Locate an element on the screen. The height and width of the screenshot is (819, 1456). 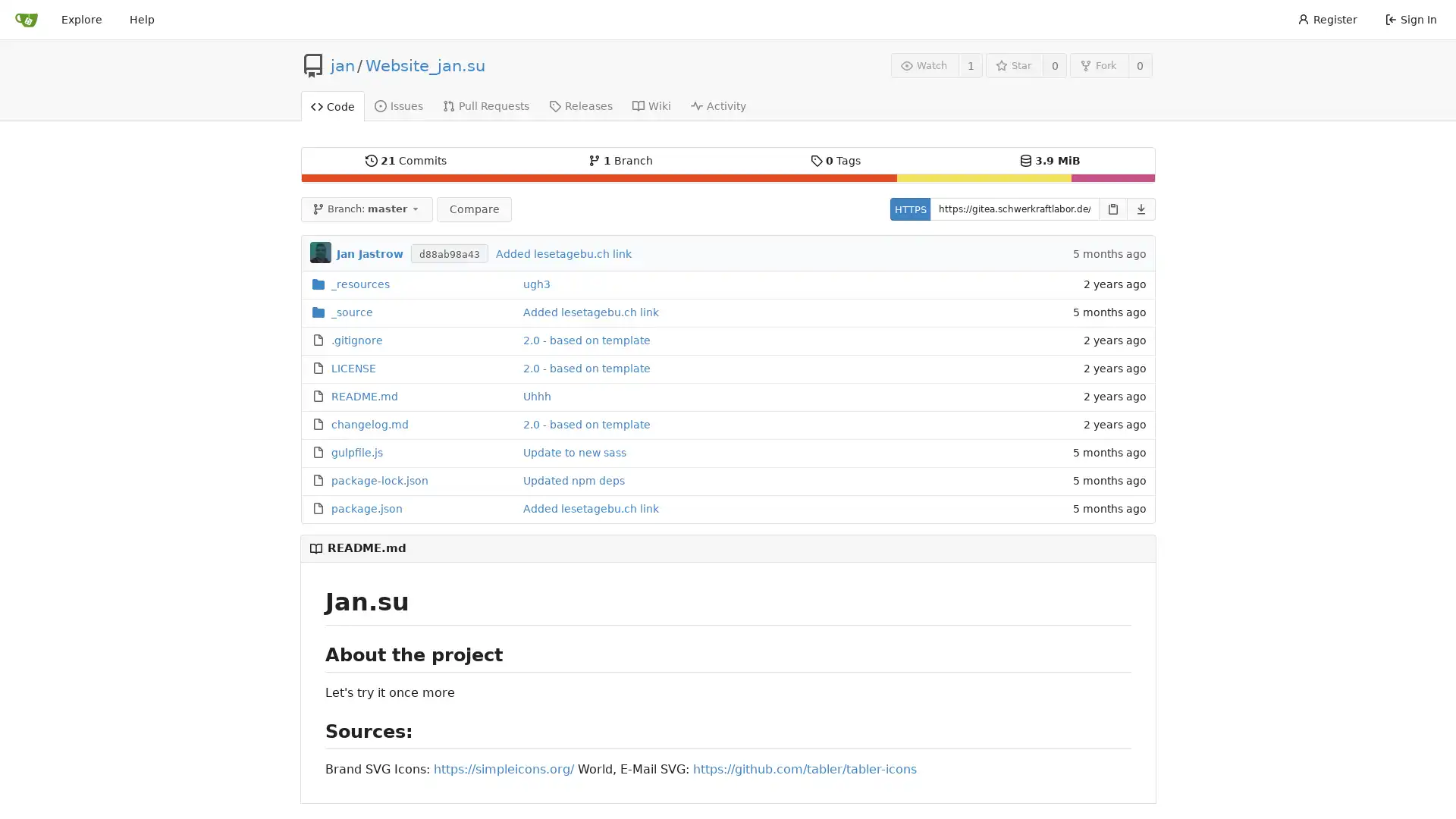
Watch is located at coordinates (924, 64).